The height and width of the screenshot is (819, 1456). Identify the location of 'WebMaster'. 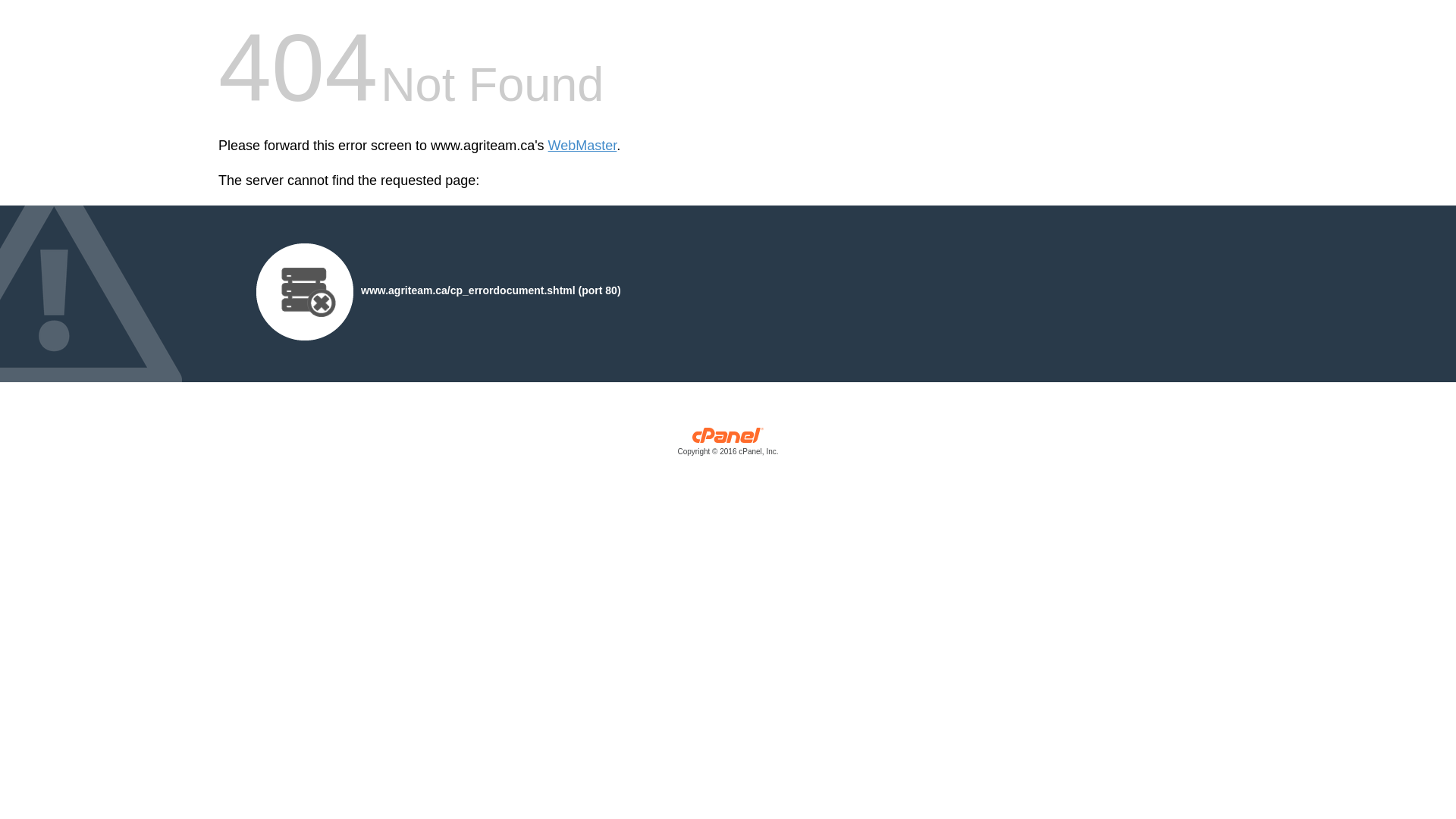
(582, 146).